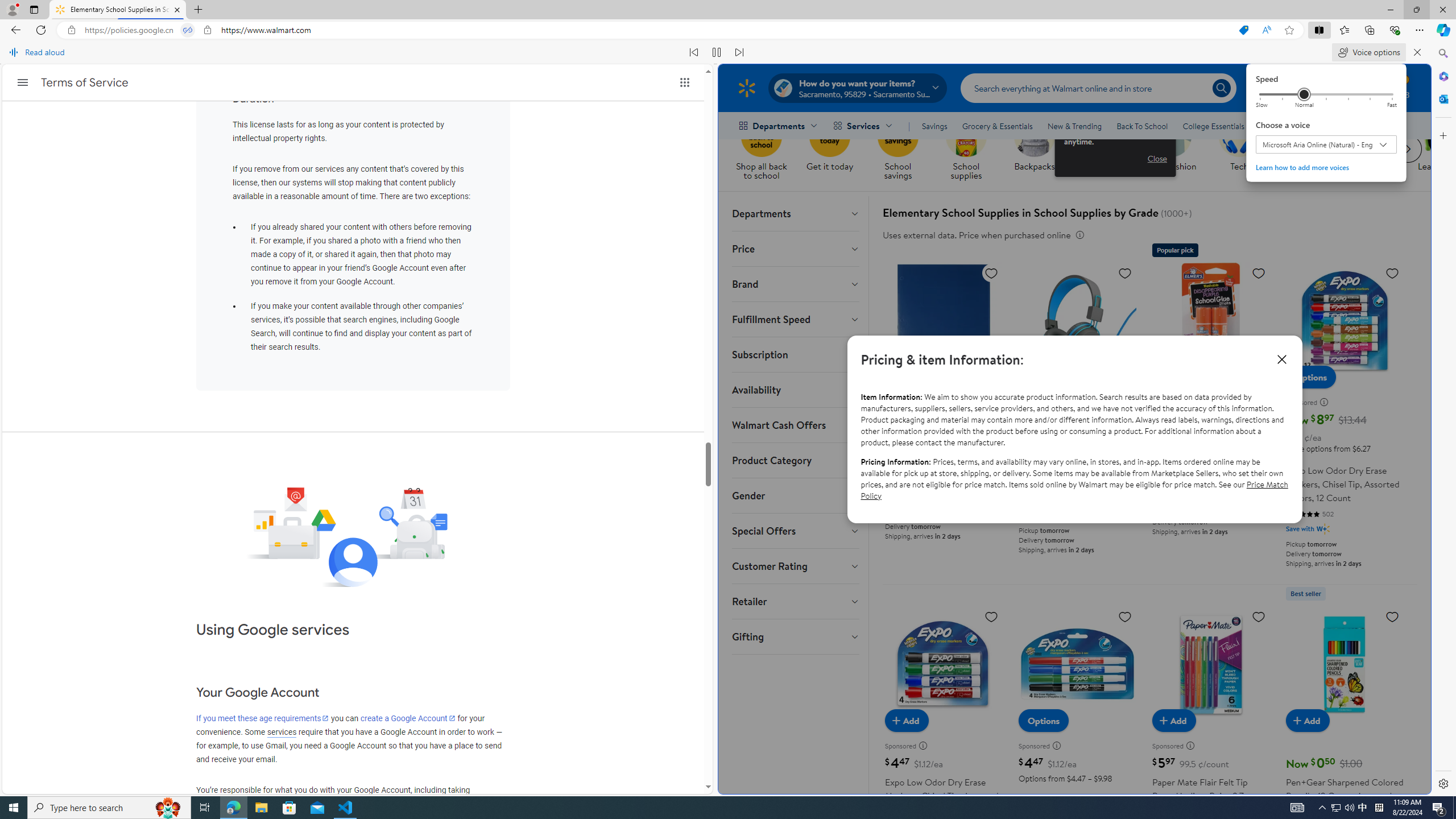 The width and height of the screenshot is (1456, 819). What do you see at coordinates (109, 806) in the screenshot?
I see `'Type here to search'` at bounding box center [109, 806].